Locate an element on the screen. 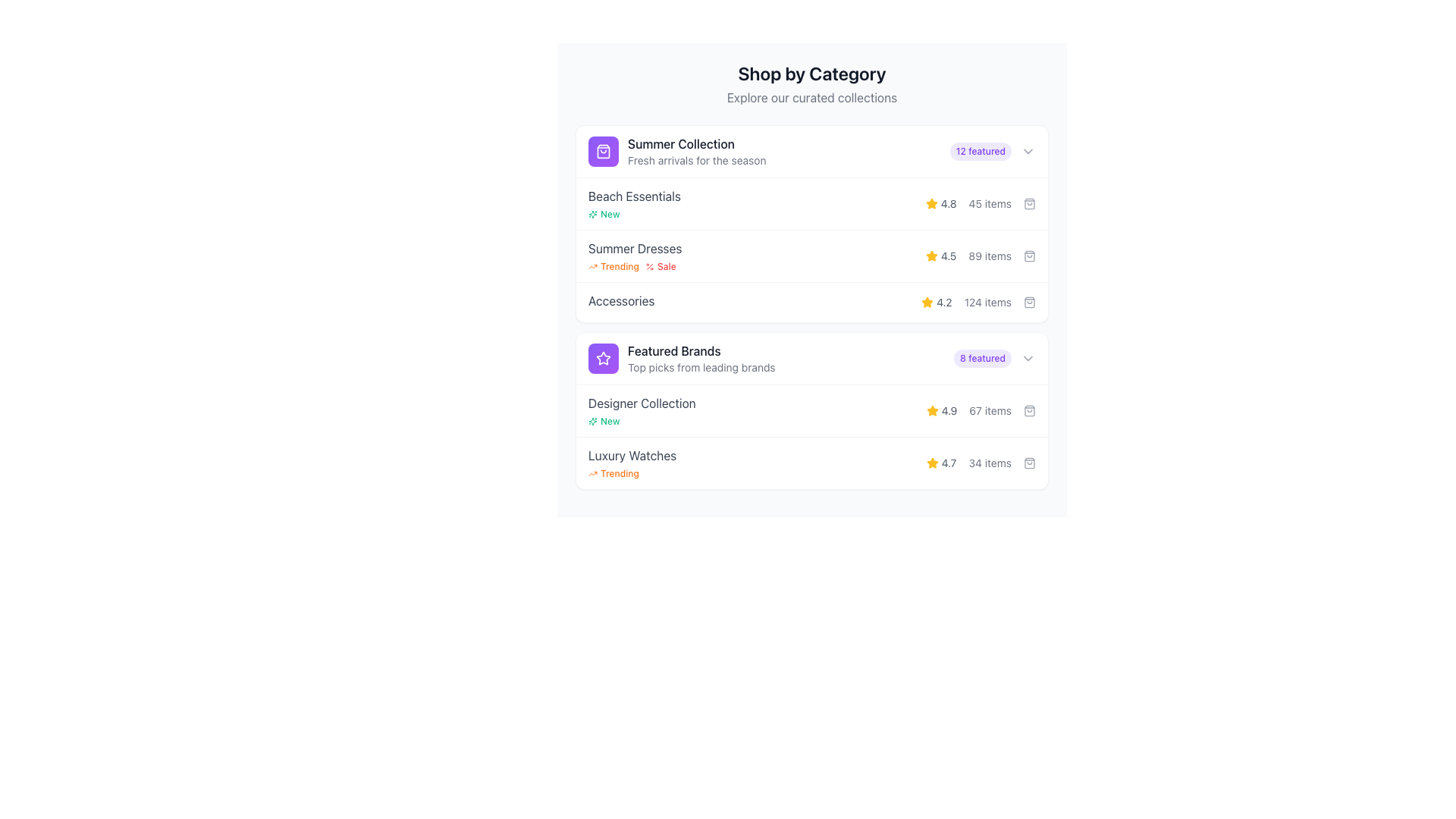 Image resolution: width=1456 pixels, height=819 pixels. the shopping bag icon with a white fill, which is positioned within a circular violet gradient background at the top left of the 'Summer Collection' card in the 'Shop by Category' section is located at coordinates (603, 152).